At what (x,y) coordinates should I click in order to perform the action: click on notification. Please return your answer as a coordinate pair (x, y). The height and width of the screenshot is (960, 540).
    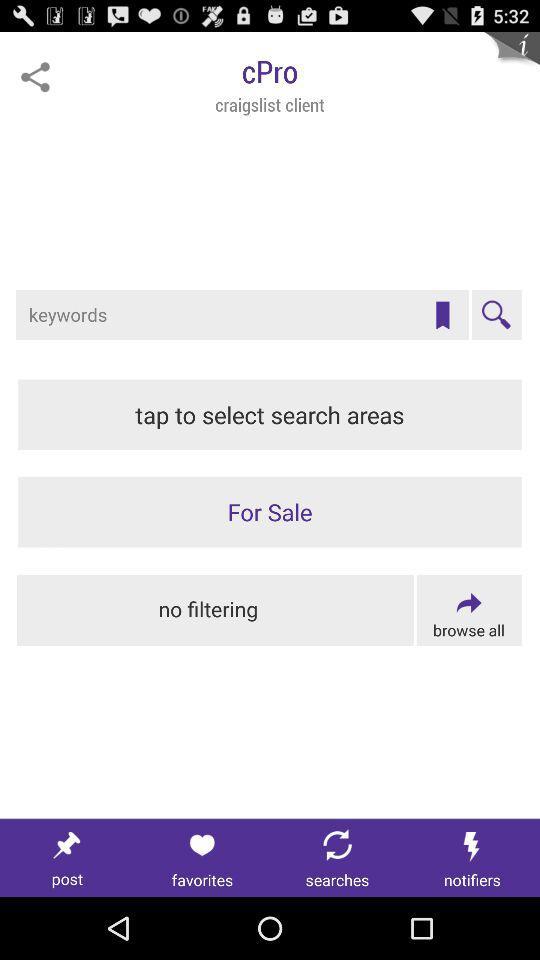
    Looking at the image, I should click on (472, 857).